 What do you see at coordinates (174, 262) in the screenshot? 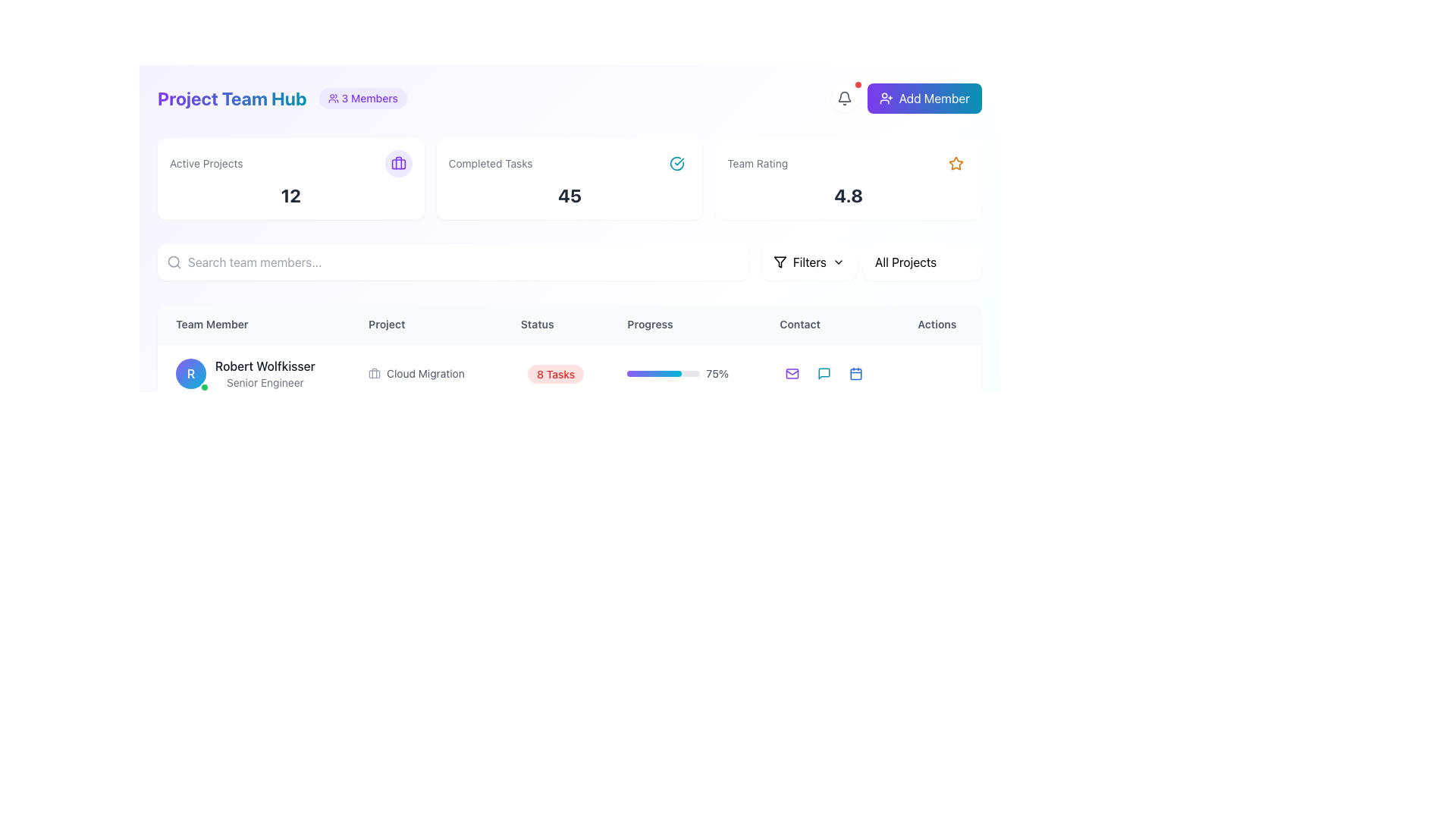
I see `the search icon located to the left of the 'Search team members...' input field in the header section of the interface` at bounding box center [174, 262].